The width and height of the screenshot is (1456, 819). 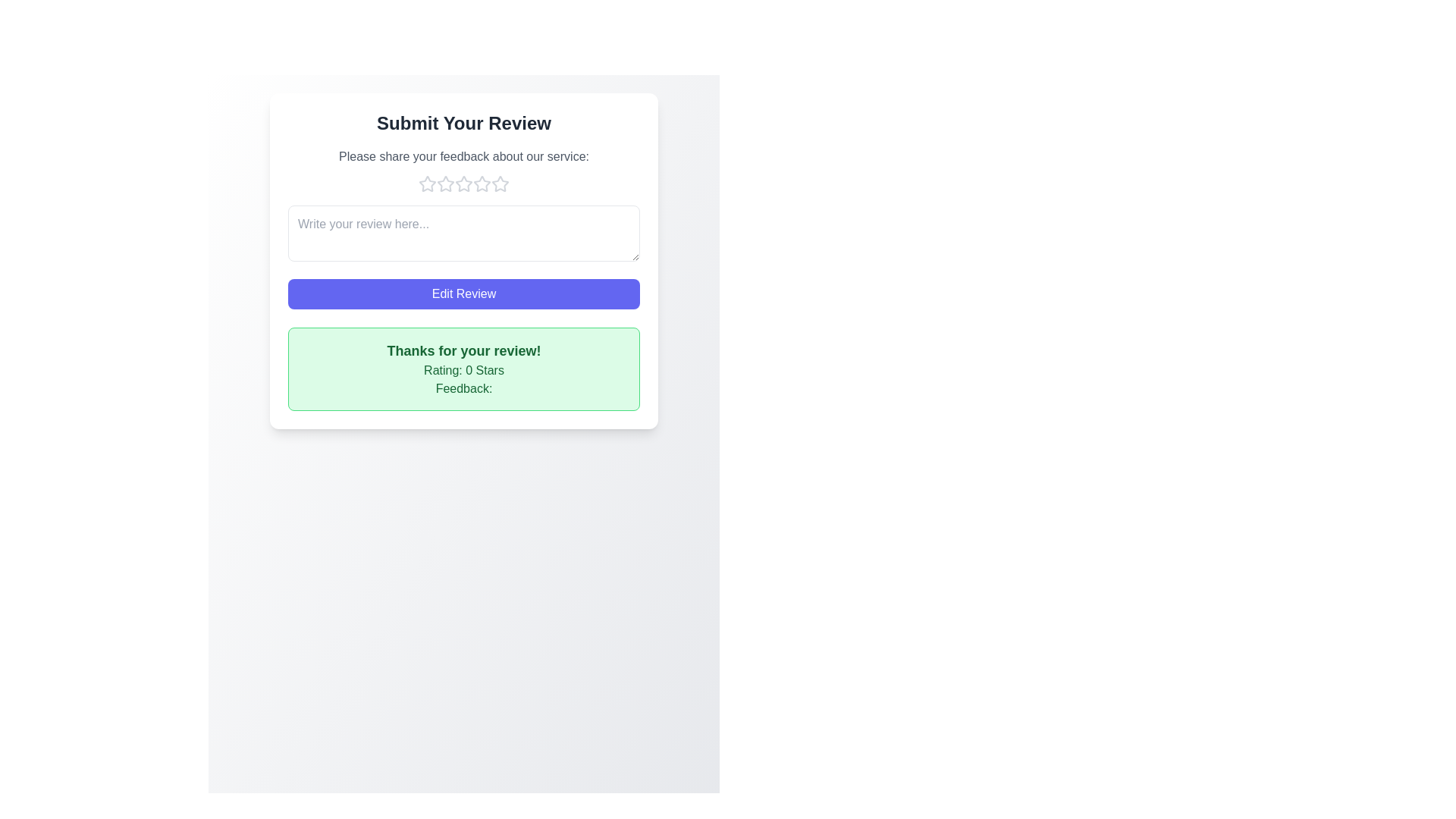 What do you see at coordinates (427, 184) in the screenshot?
I see `the star rating to 1 by clicking on the corresponding star` at bounding box center [427, 184].